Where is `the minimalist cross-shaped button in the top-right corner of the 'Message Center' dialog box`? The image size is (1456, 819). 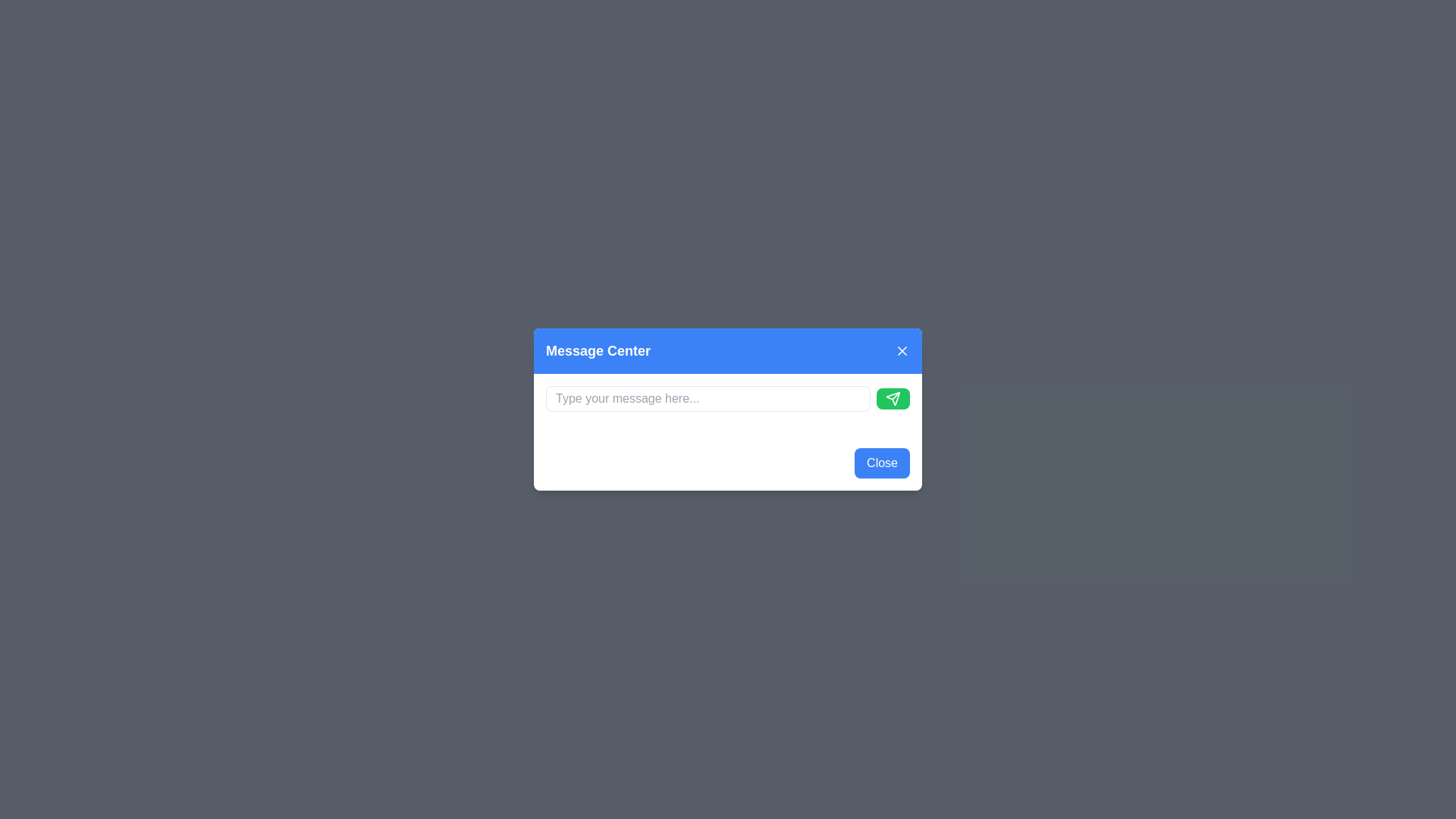 the minimalist cross-shaped button in the top-right corner of the 'Message Center' dialog box is located at coordinates (902, 350).